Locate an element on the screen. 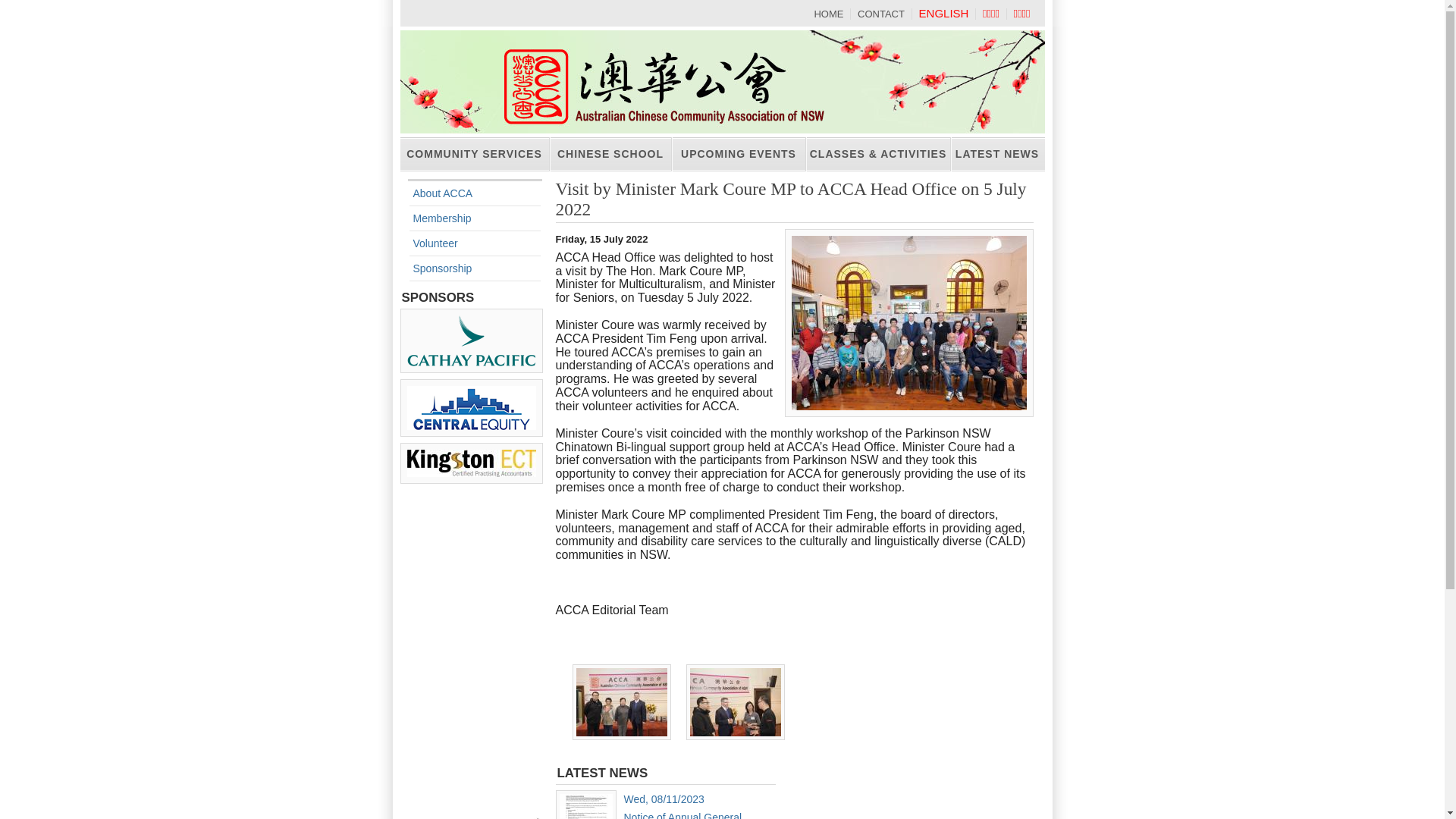 The width and height of the screenshot is (1456, 819). 'UPCOMING EVENTS' is located at coordinates (739, 154).